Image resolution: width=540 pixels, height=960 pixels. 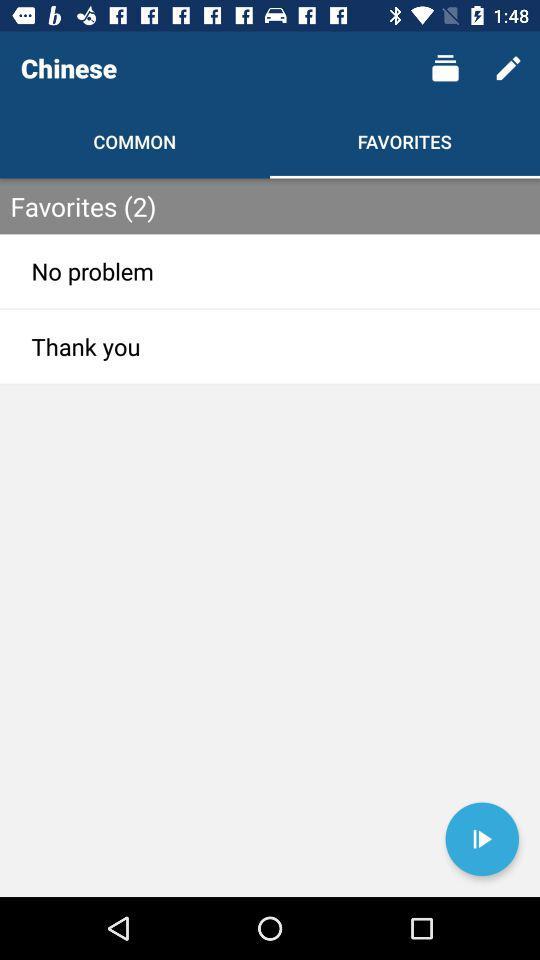 I want to click on voice clips, so click(x=481, y=839).